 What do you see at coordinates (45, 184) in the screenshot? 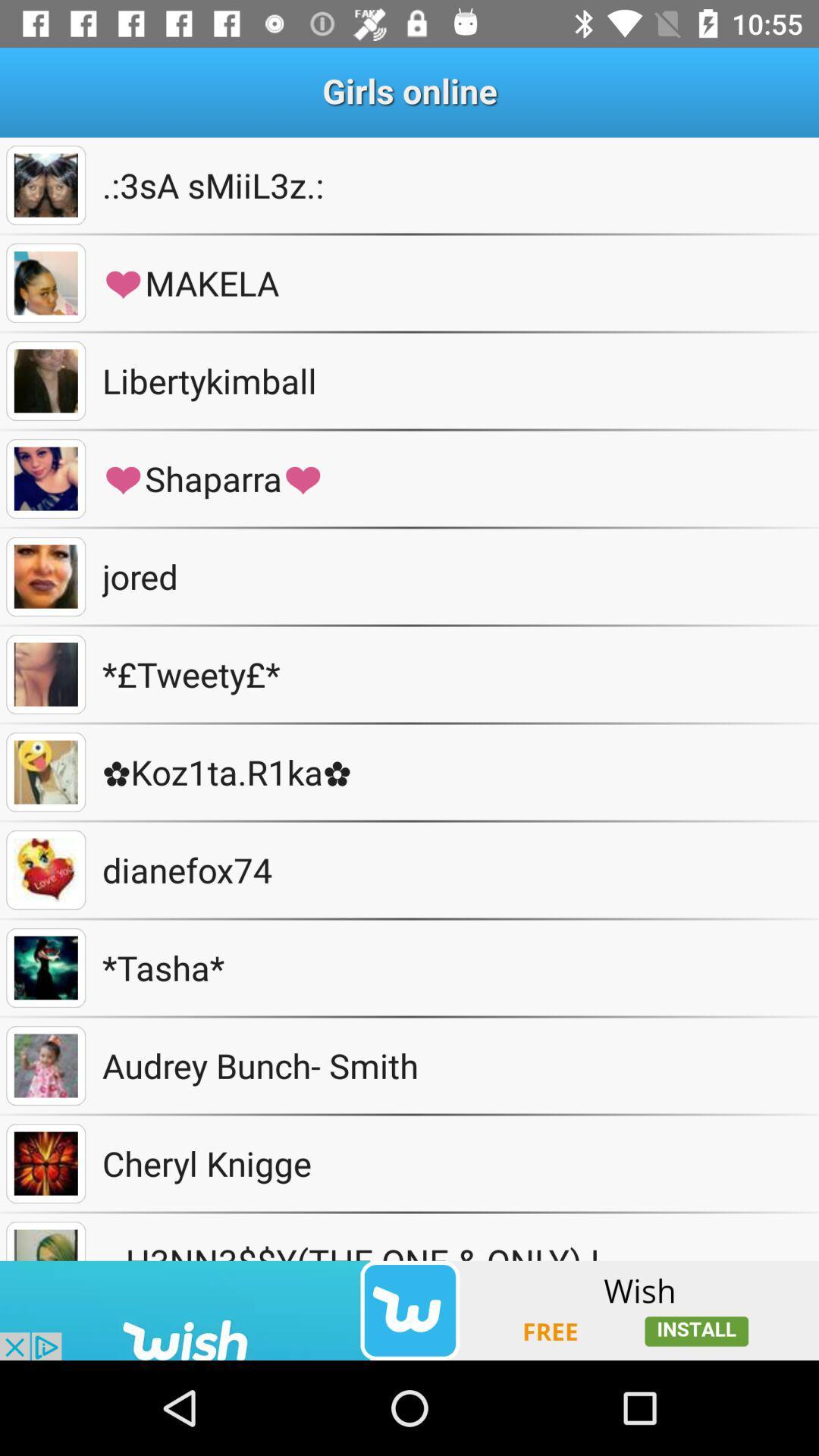
I see `searcher button` at bounding box center [45, 184].